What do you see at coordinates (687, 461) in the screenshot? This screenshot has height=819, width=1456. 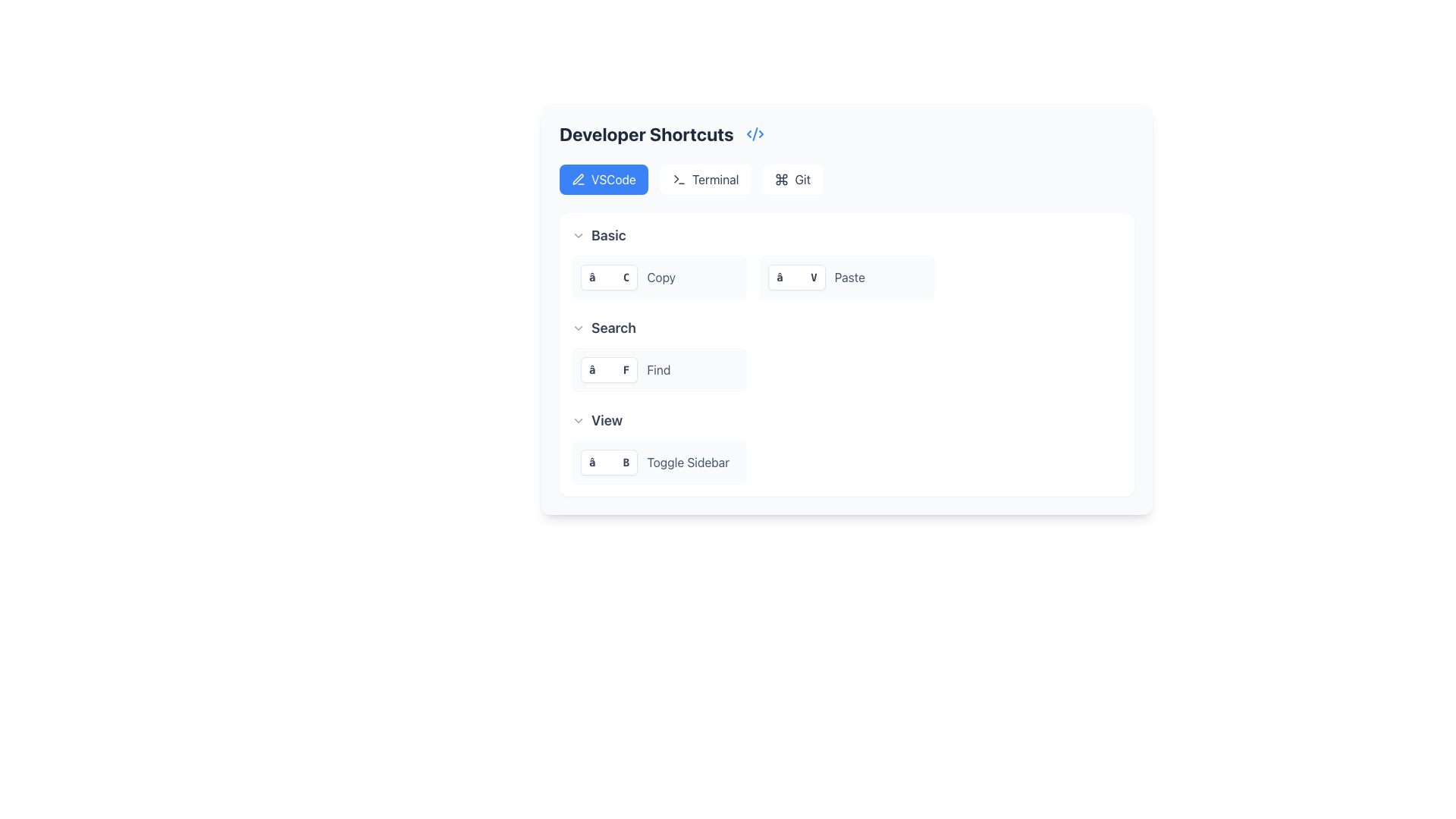 I see `text label indicating the action for toggling the sidebar, positioned to the right of the keyboard shortcut '⌘ B' within the 'View' section` at bounding box center [687, 461].